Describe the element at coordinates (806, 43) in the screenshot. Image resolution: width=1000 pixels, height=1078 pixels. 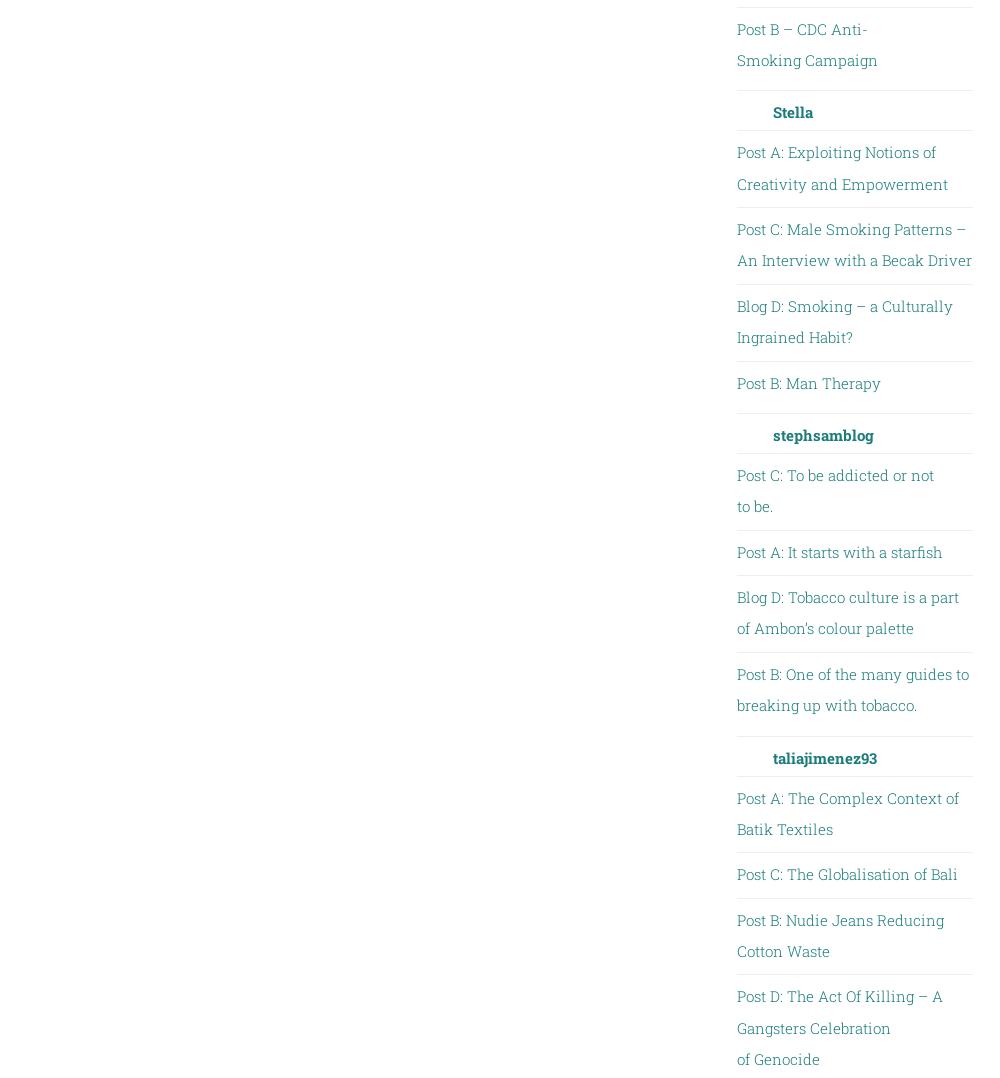
I see `'Post B – CDC Anti-Smoking Campaign'` at that location.